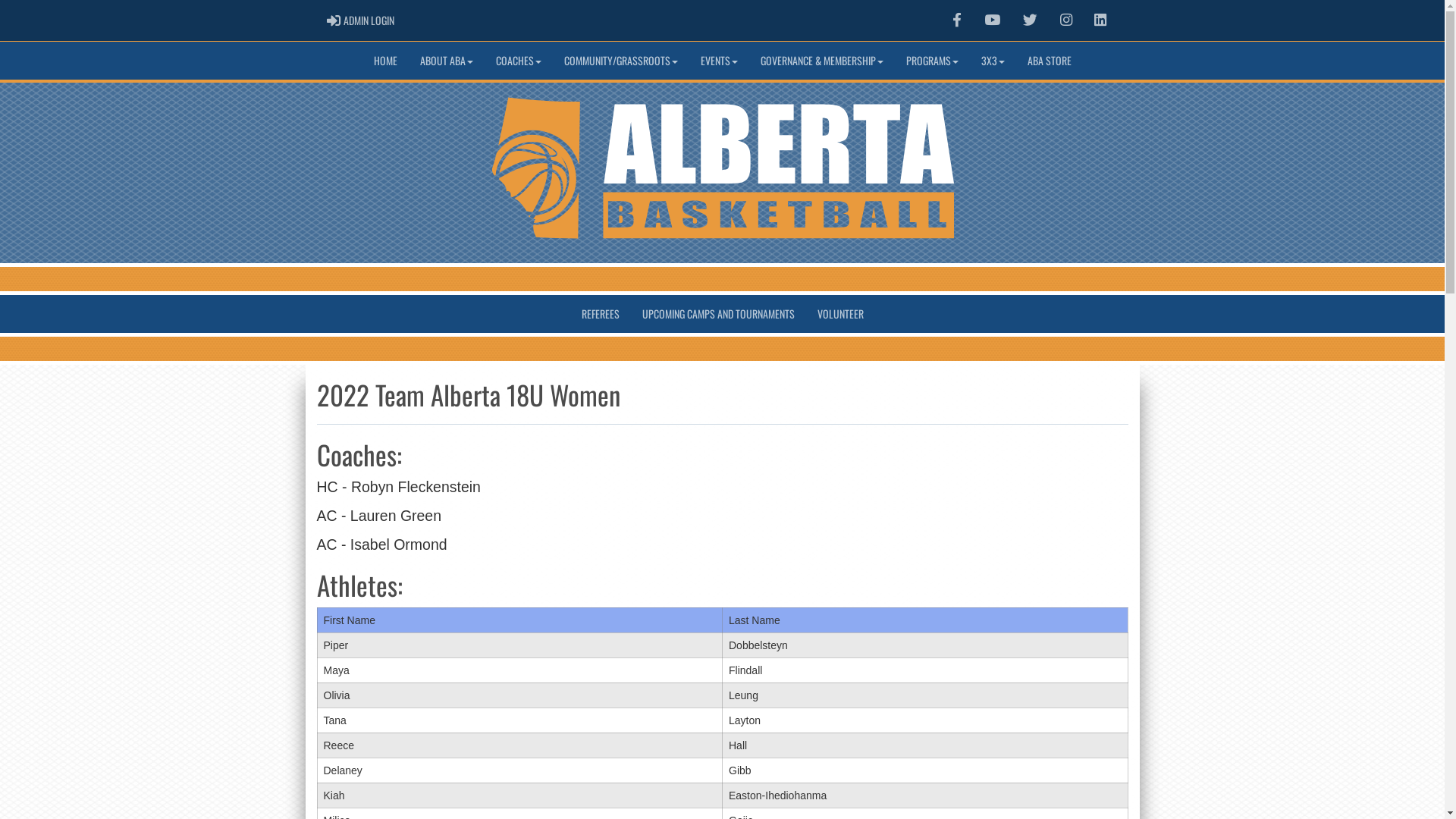  What do you see at coordinates (1100, 20) in the screenshot?
I see `'linkedin'` at bounding box center [1100, 20].